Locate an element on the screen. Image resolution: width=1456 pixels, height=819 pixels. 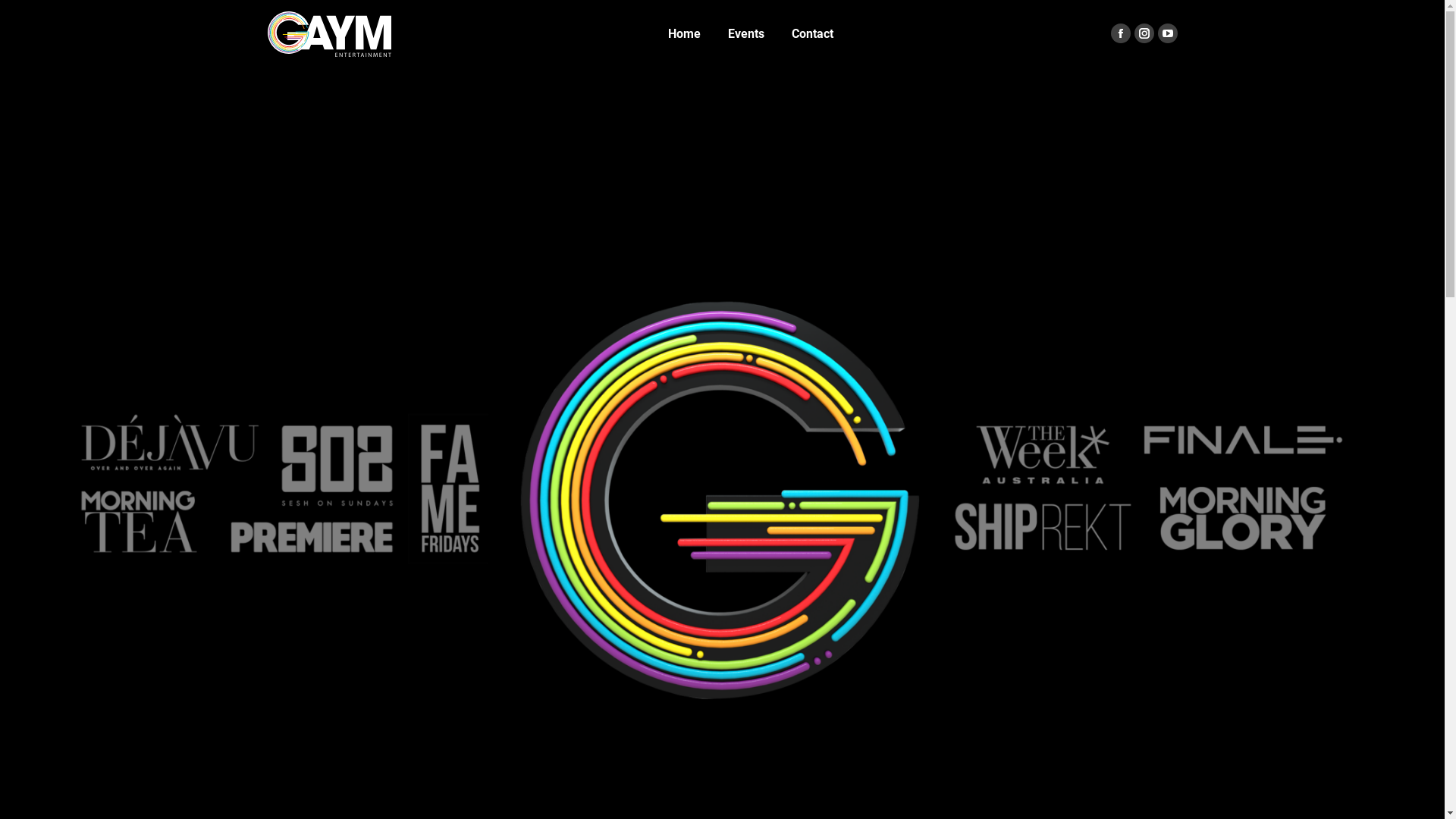
'Events' is located at coordinates (745, 34).